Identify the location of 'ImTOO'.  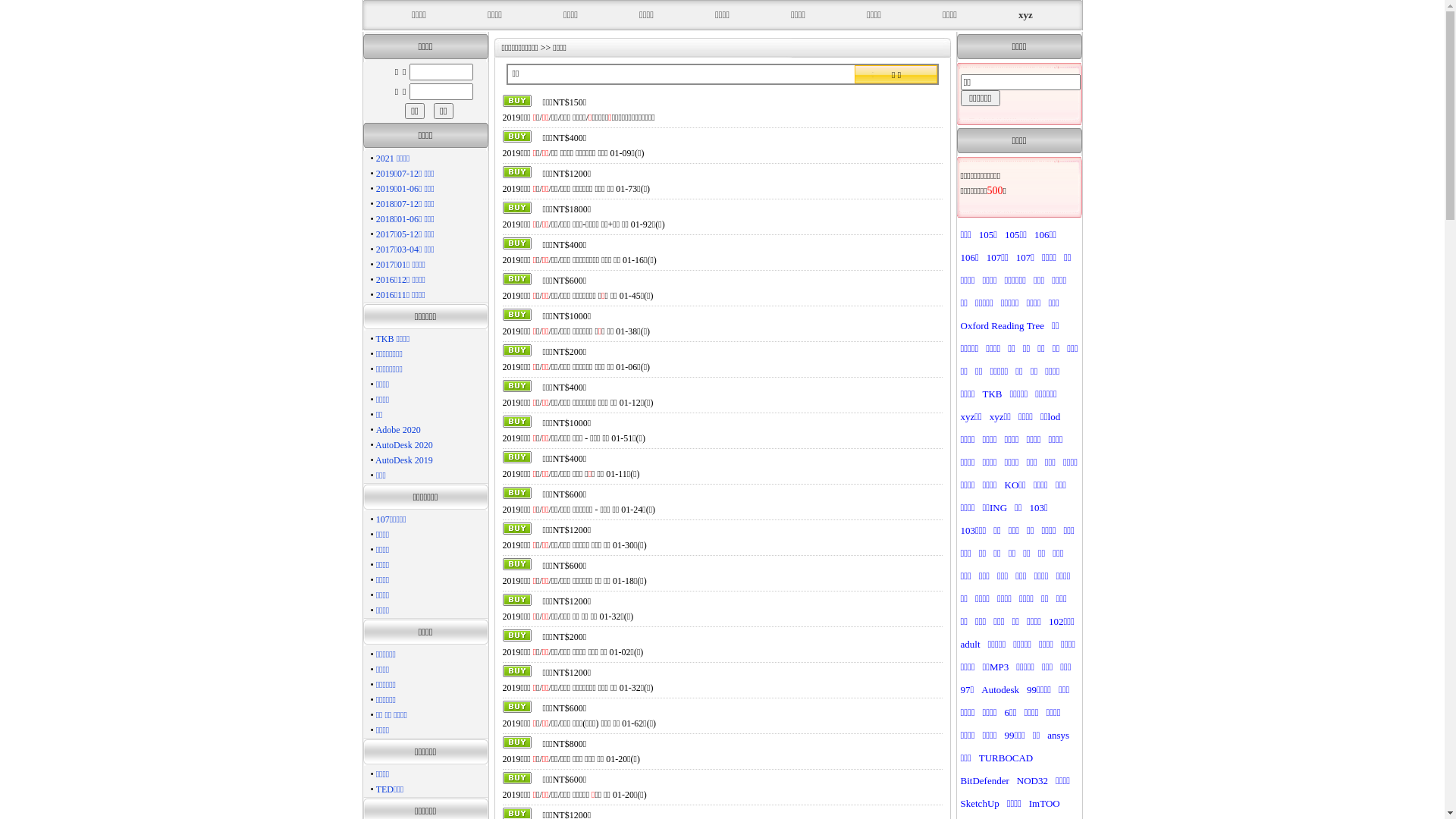
(1043, 802).